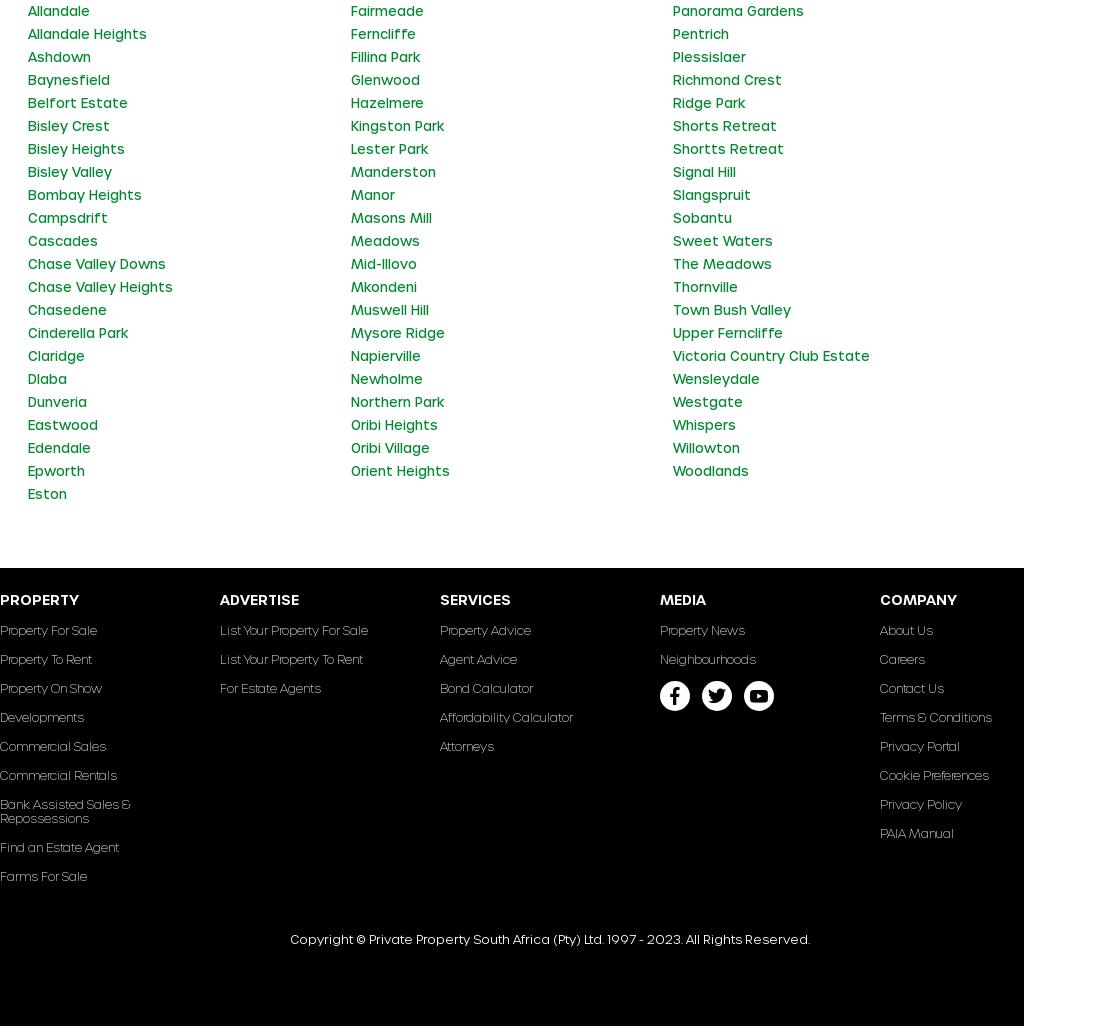 The width and height of the screenshot is (1100, 1026). What do you see at coordinates (383, 261) in the screenshot?
I see `'Mid-Illovo'` at bounding box center [383, 261].